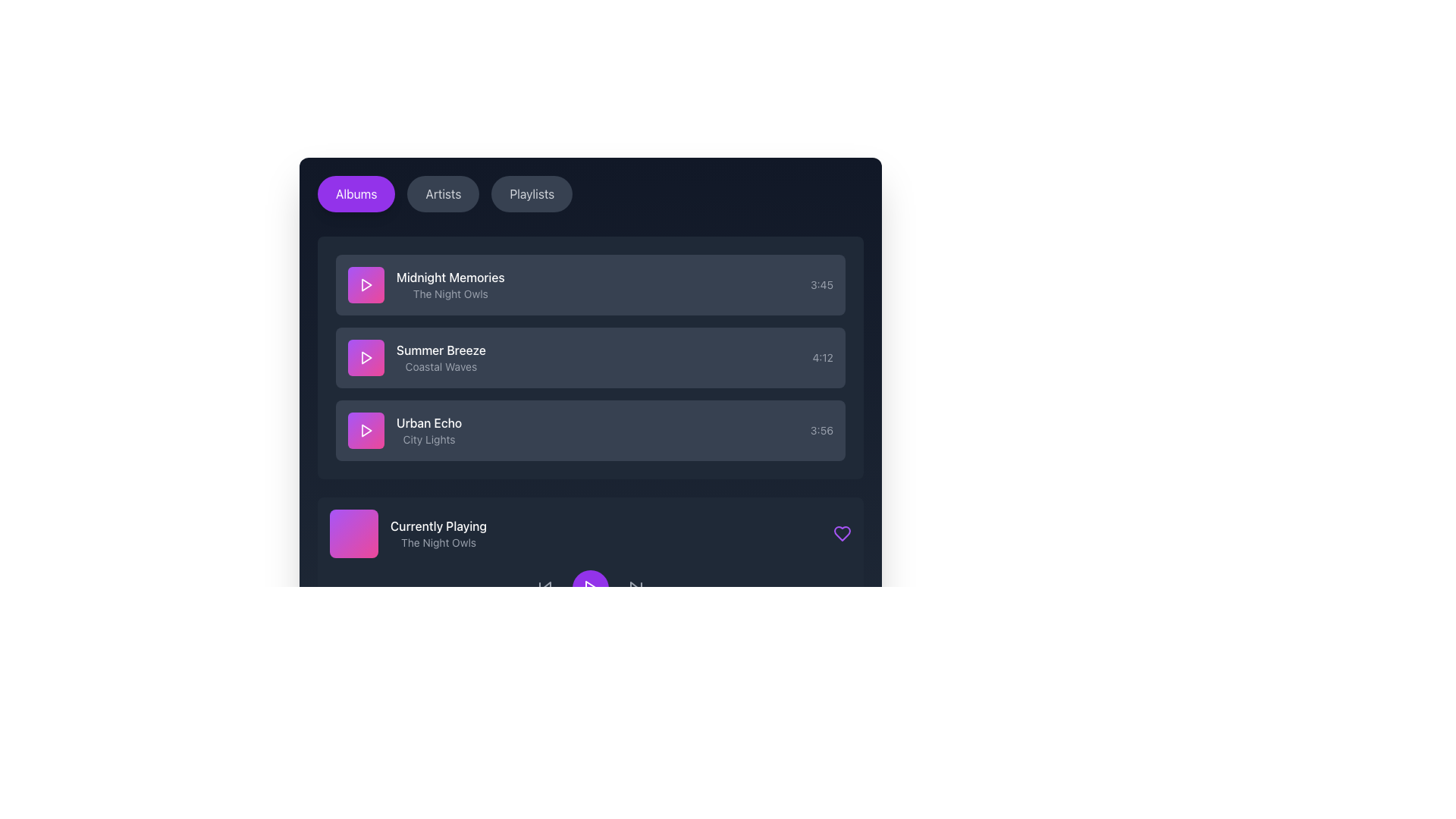  I want to click on the playback icon for the 'Midnight Memories' track, which is located on the left side of the entry within a pink square tile, so click(366, 284).